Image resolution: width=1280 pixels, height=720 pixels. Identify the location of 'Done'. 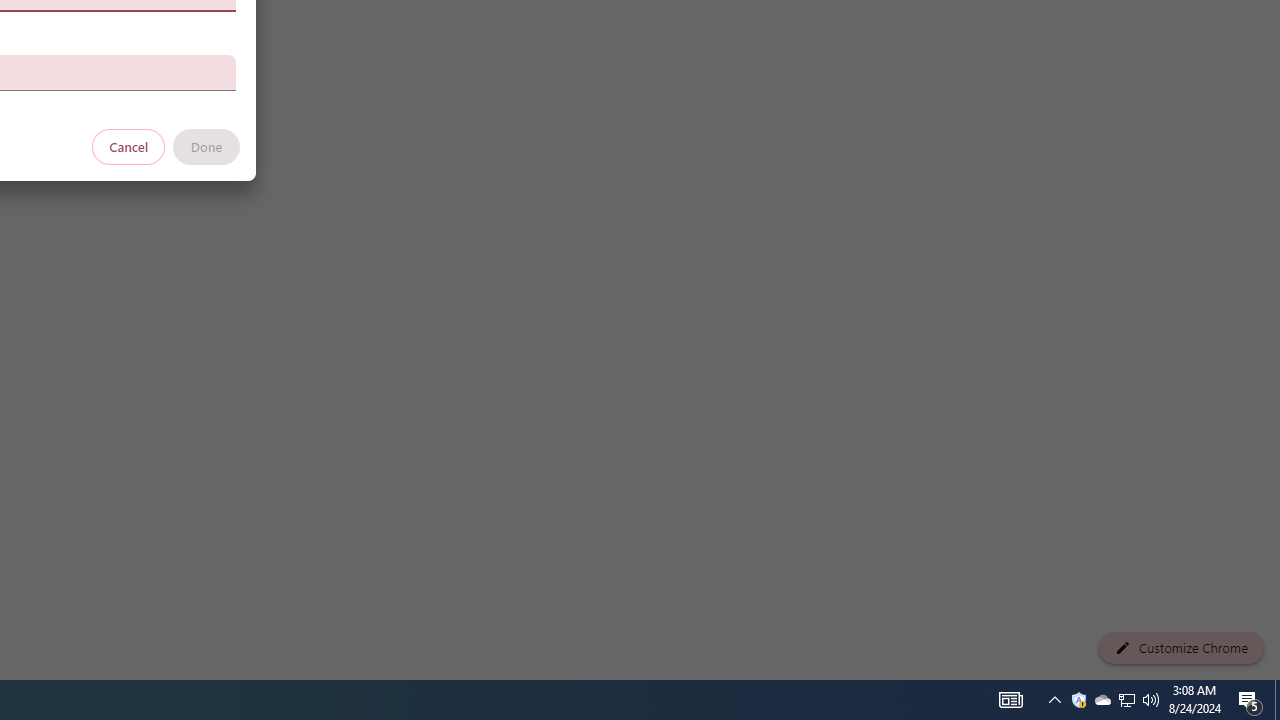
(206, 145).